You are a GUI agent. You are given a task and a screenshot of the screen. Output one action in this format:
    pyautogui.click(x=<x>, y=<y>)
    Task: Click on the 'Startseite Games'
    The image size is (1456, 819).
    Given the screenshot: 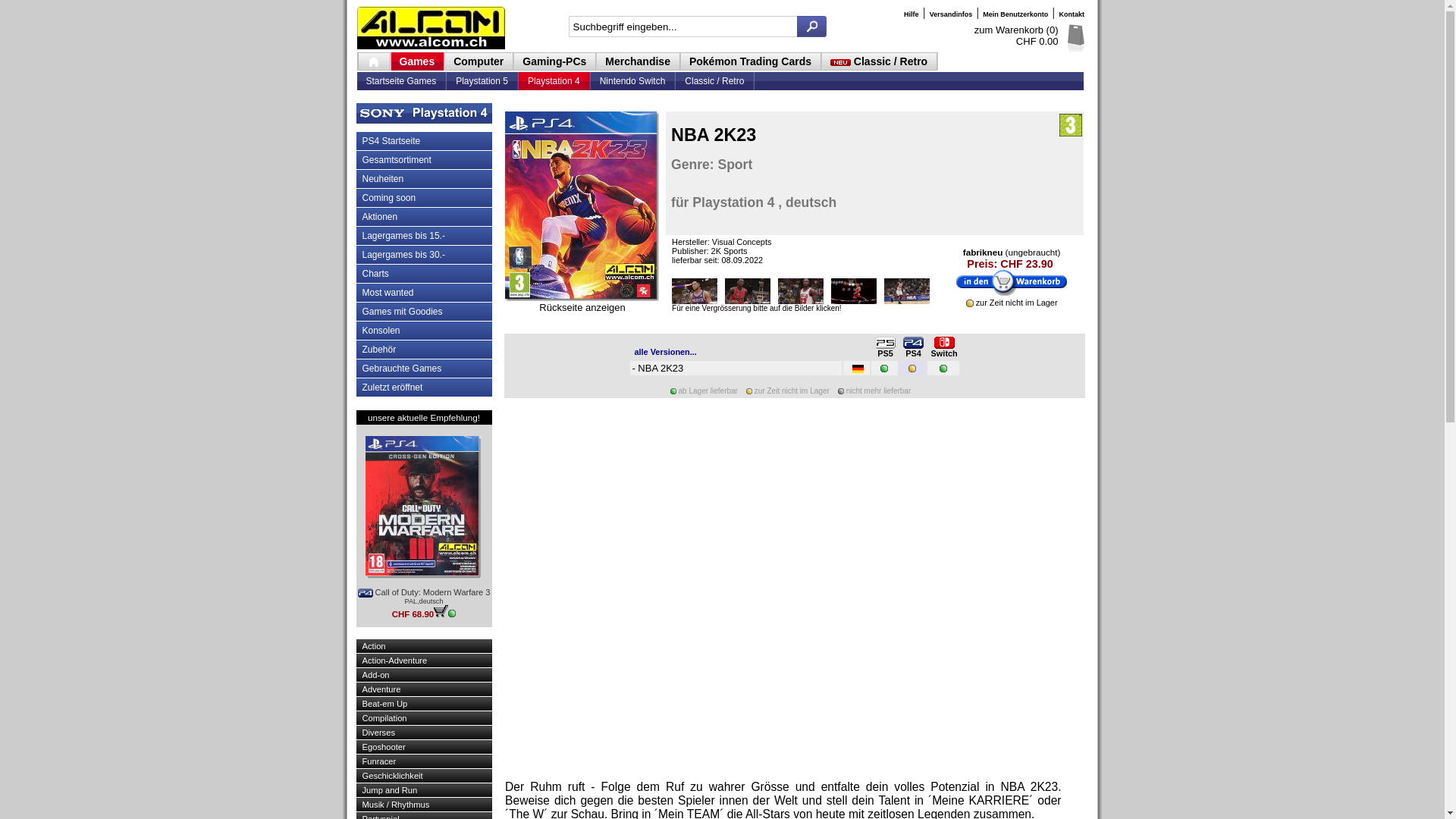 What is the action you would take?
    pyautogui.click(x=400, y=81)
    